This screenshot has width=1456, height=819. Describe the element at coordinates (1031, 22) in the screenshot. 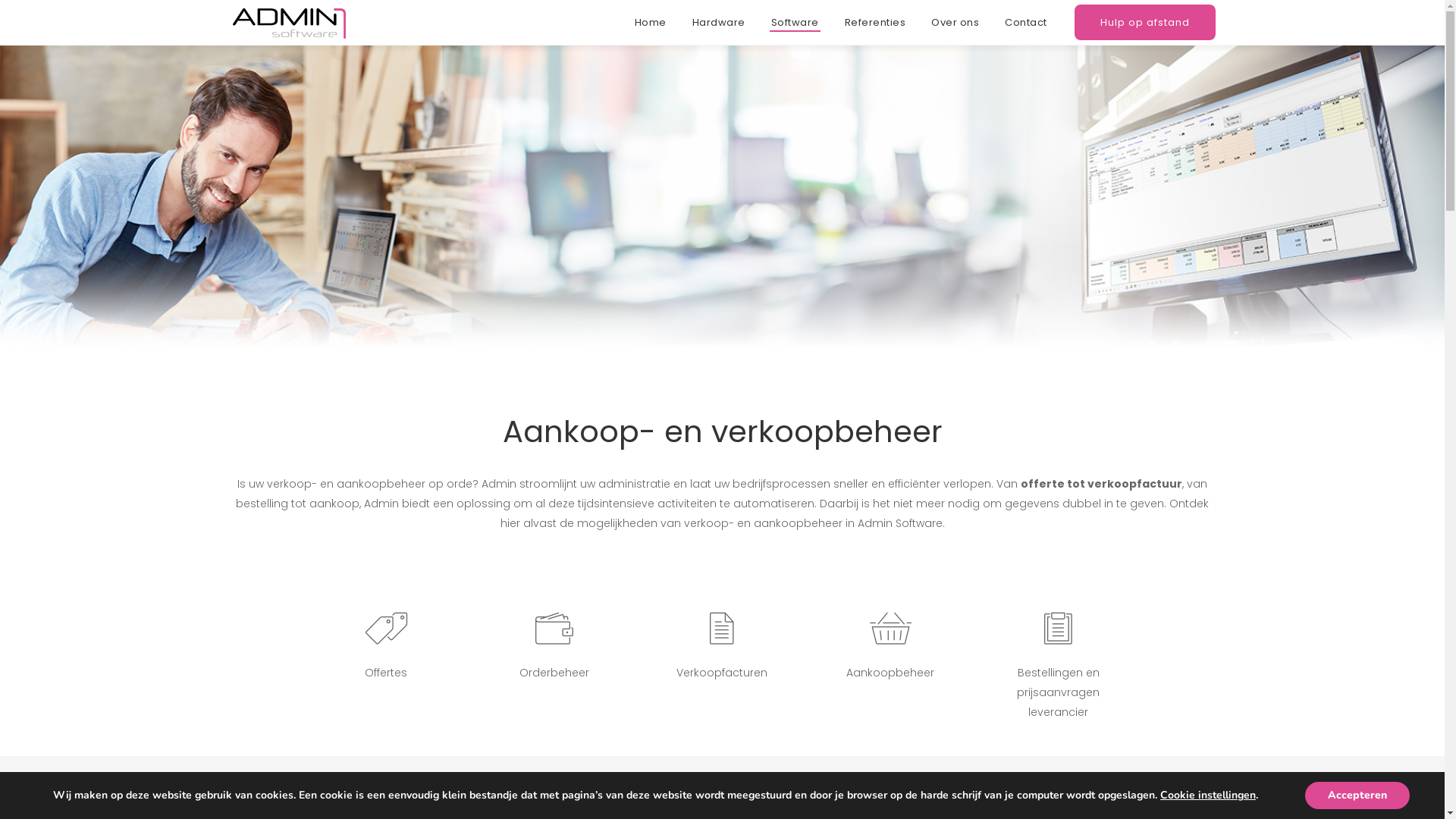

I see `'Contact'` at that location.